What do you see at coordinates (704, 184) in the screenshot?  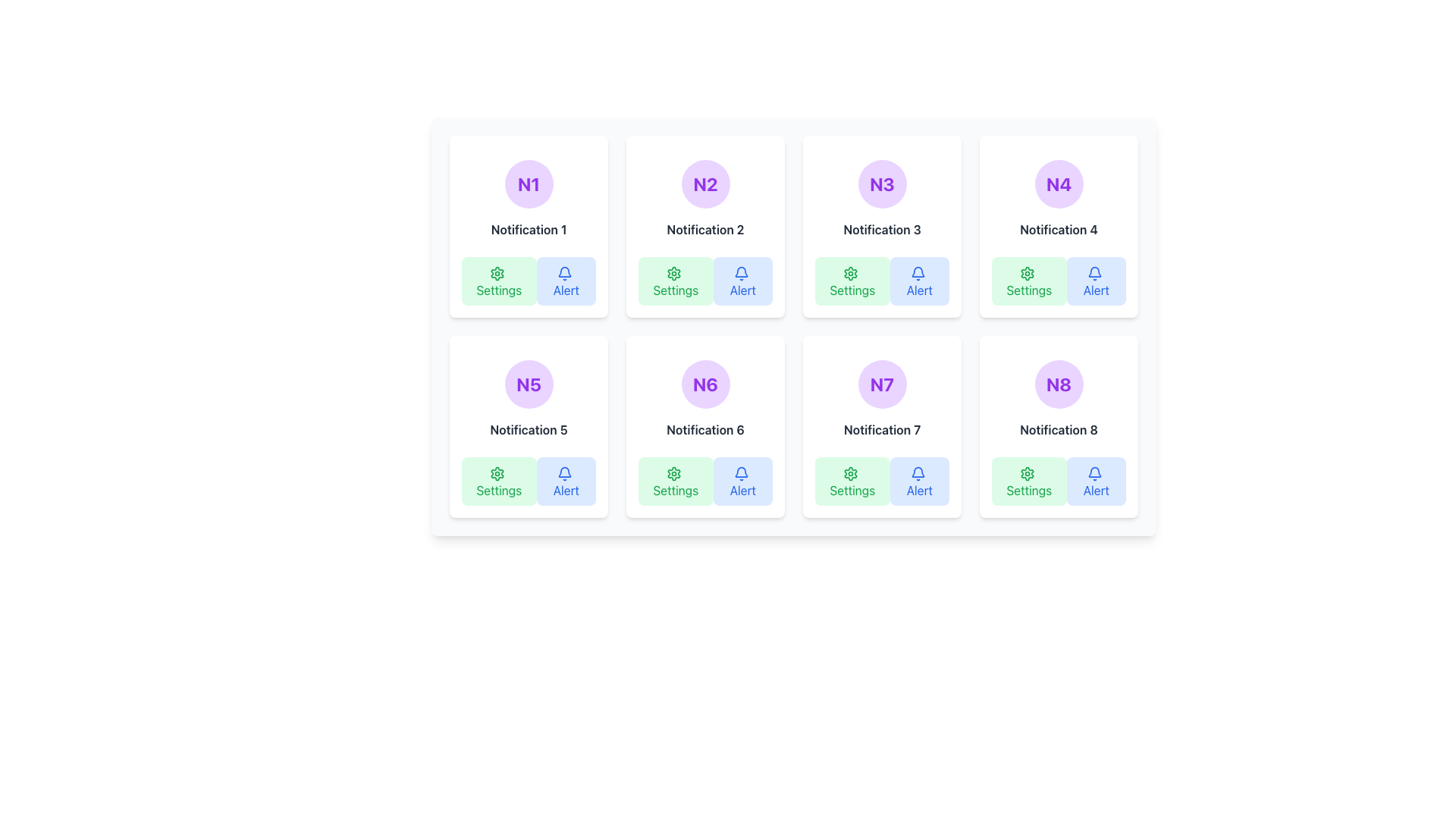 I see `the Badge representing the item 'N2', which is located at the second position in the top row of the grid layout, between the badges 'N1' and 'N3'` at bounding box center [704, 184].